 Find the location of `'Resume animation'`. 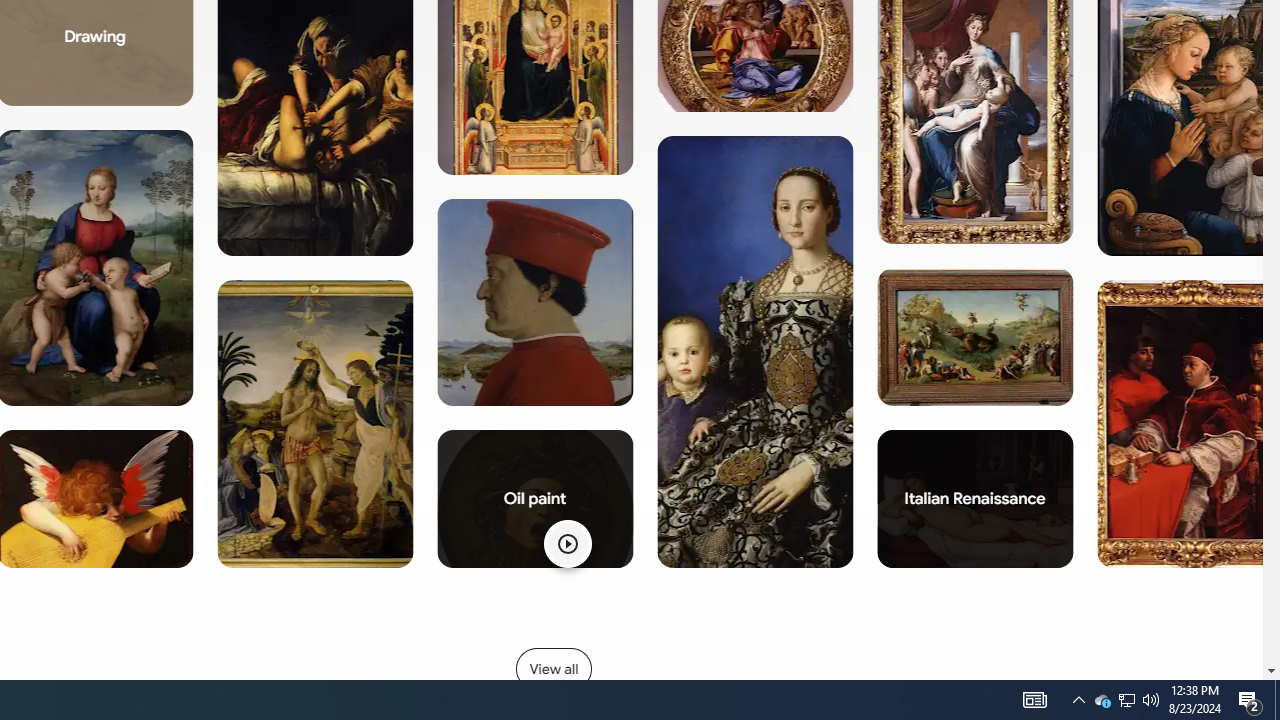

'Resume animation' is located at coordinates (566, 543).